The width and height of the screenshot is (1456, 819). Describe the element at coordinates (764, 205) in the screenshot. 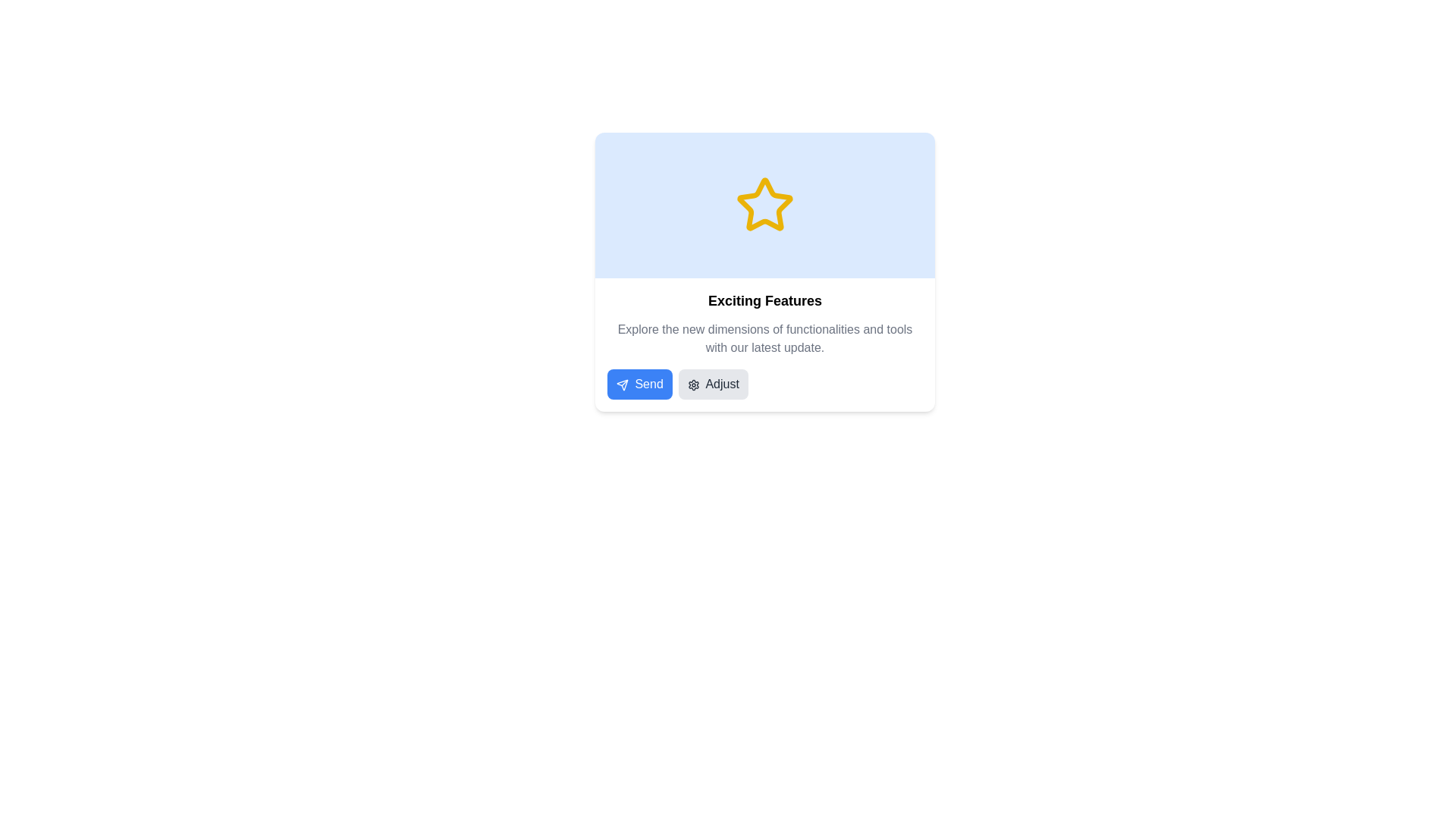

I see `the decorative star icon located centrally within the blue square section at the top of the card, which may indicate a featured item` at that location.